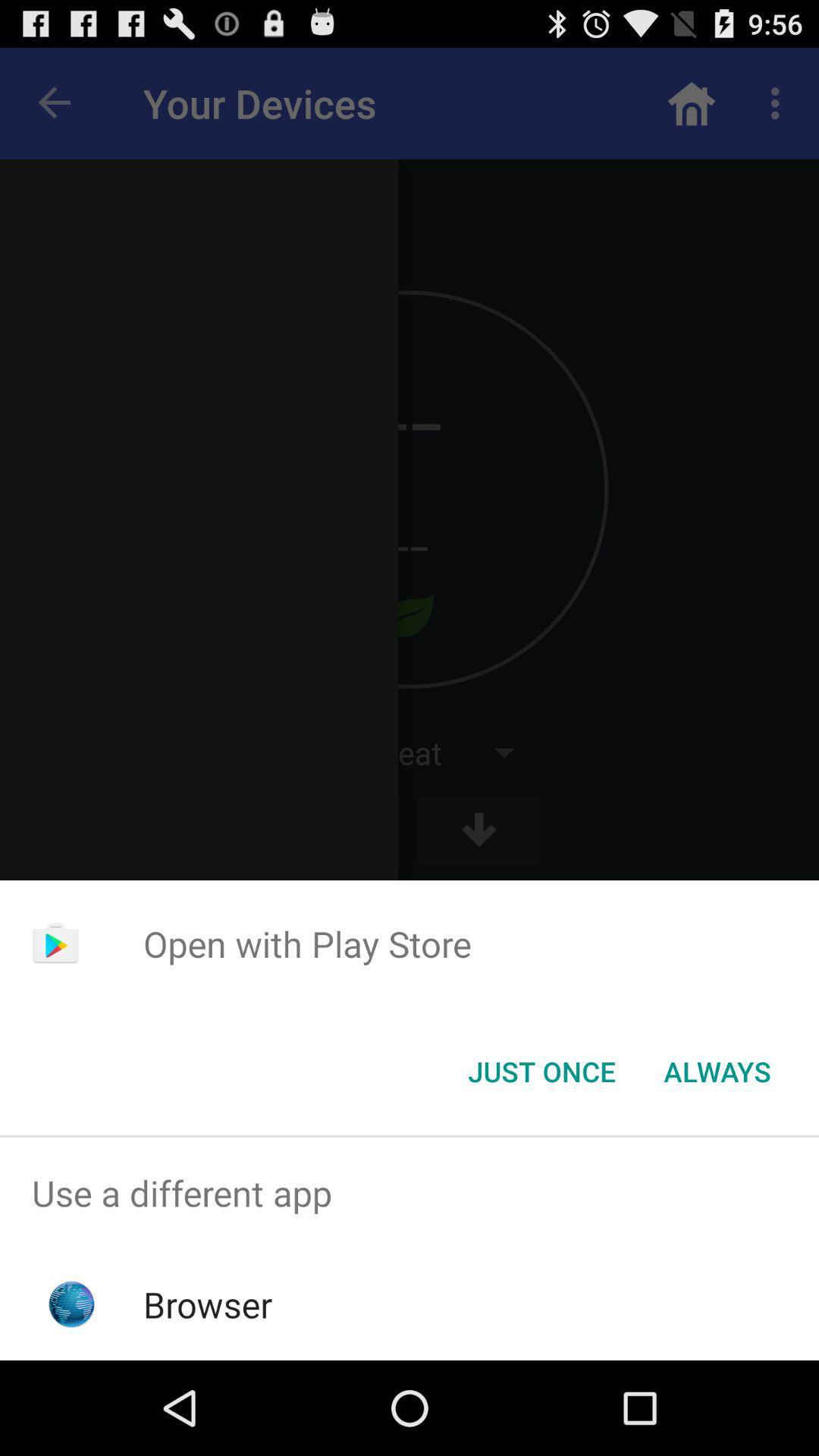 This screenshot has height=1456, width=819. Describe the element at coordinates (541, 1070) in the screenshot. I see `just once button` at that location.